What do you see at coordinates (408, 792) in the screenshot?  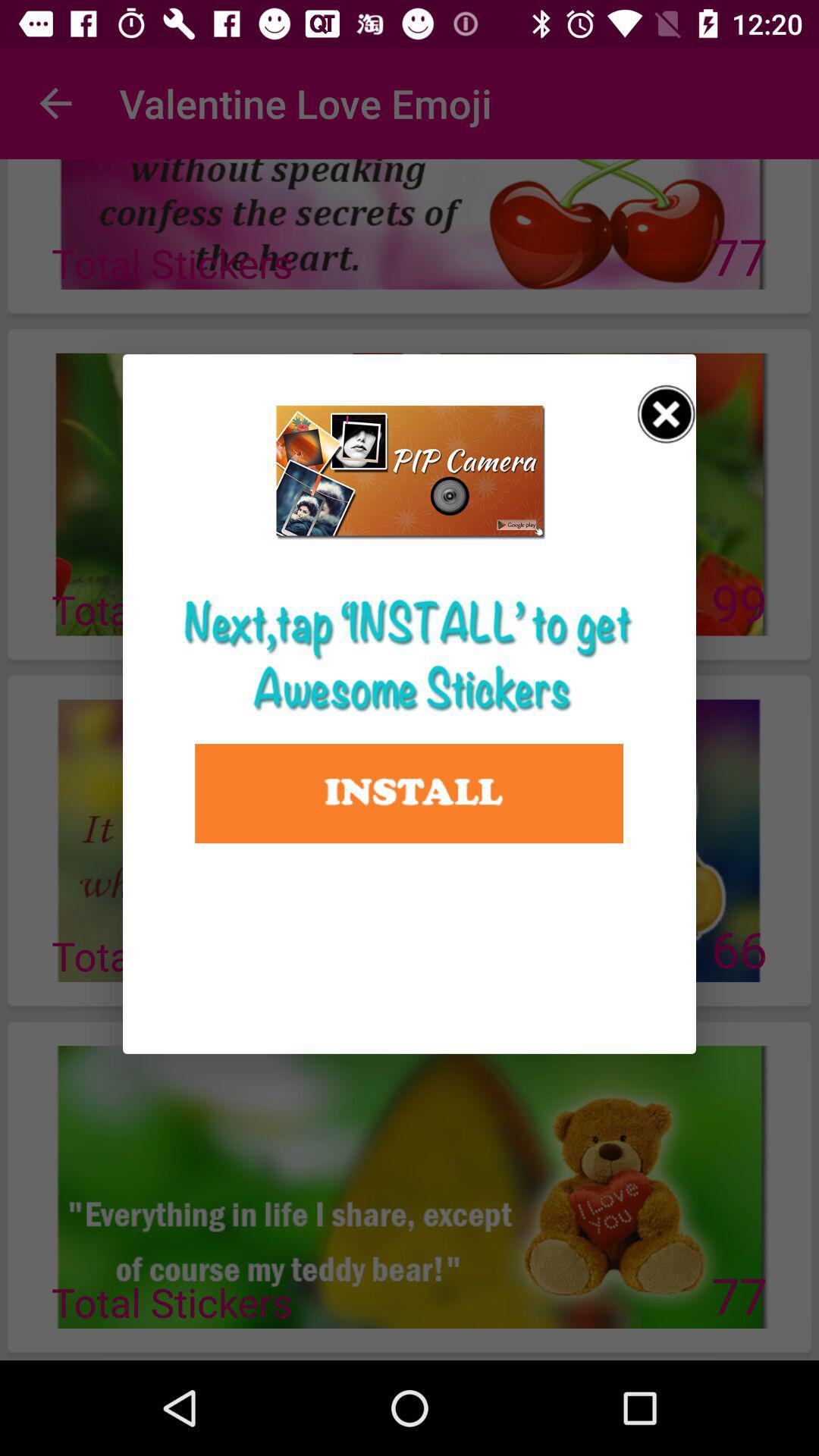 I see `install app` at bounding box center [408, 792].